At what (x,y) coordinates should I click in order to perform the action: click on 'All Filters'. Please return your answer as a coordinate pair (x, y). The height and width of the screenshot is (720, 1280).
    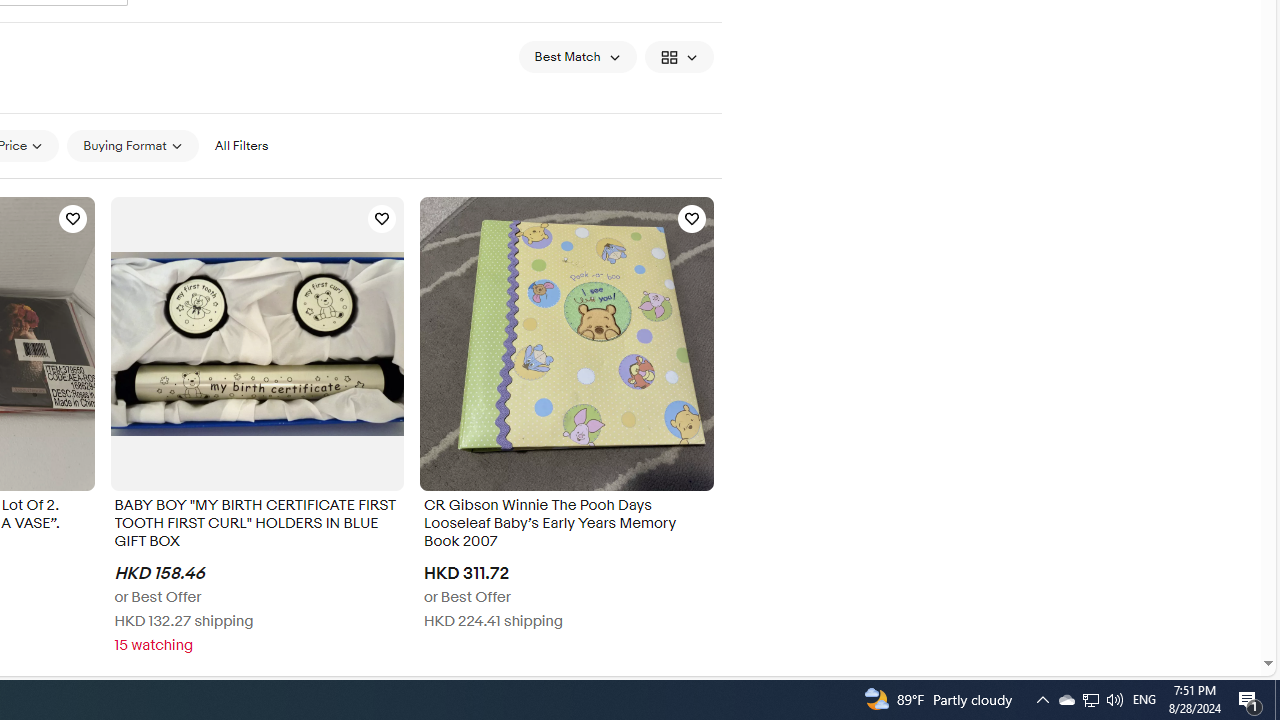
    Looking at the image, I should click on (240, 145).